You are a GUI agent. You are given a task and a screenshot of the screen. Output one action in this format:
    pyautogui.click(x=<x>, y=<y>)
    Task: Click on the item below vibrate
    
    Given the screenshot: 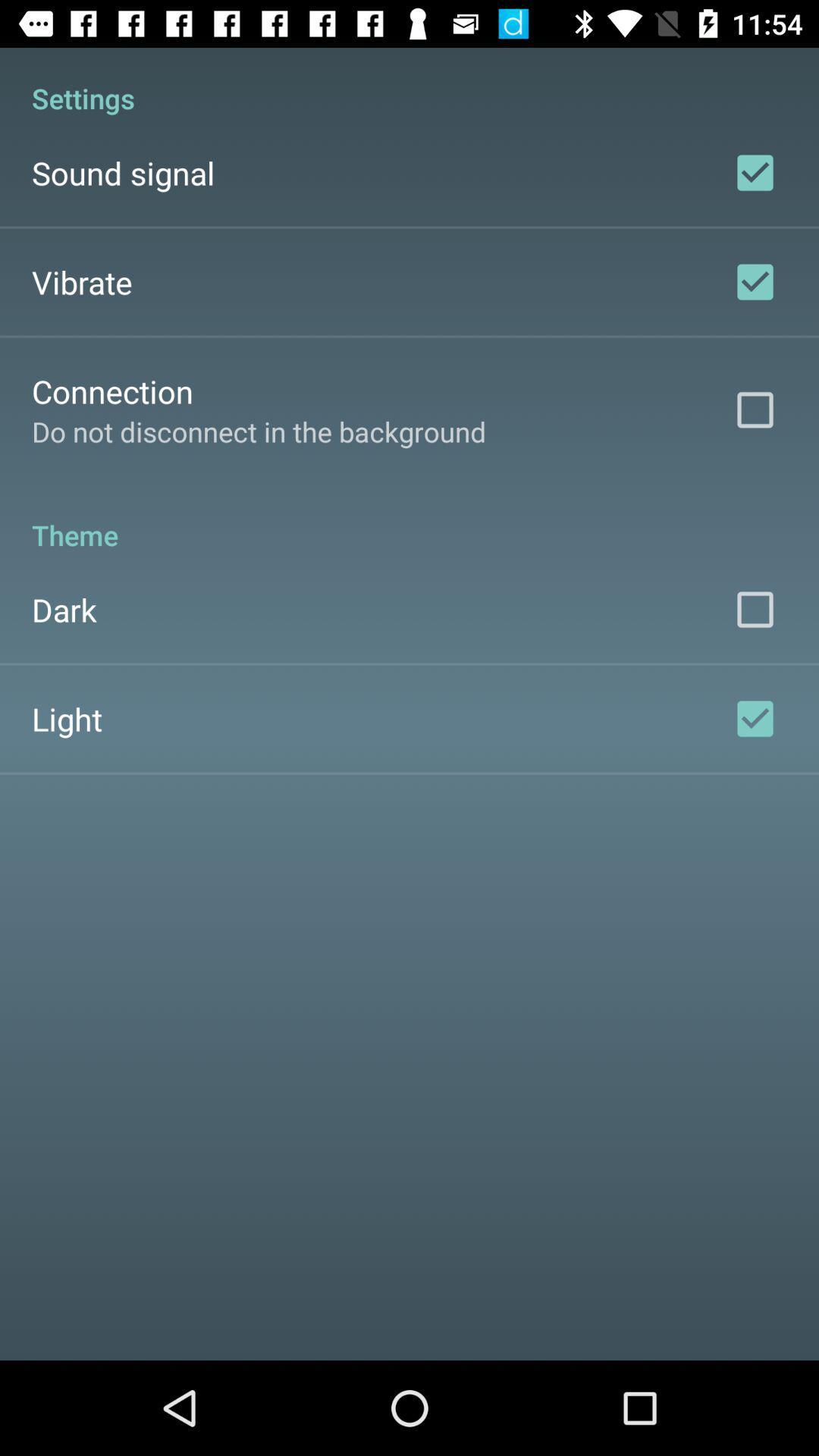 What is the action you would take?
    pyautogui.click(x=111, y=391)
    